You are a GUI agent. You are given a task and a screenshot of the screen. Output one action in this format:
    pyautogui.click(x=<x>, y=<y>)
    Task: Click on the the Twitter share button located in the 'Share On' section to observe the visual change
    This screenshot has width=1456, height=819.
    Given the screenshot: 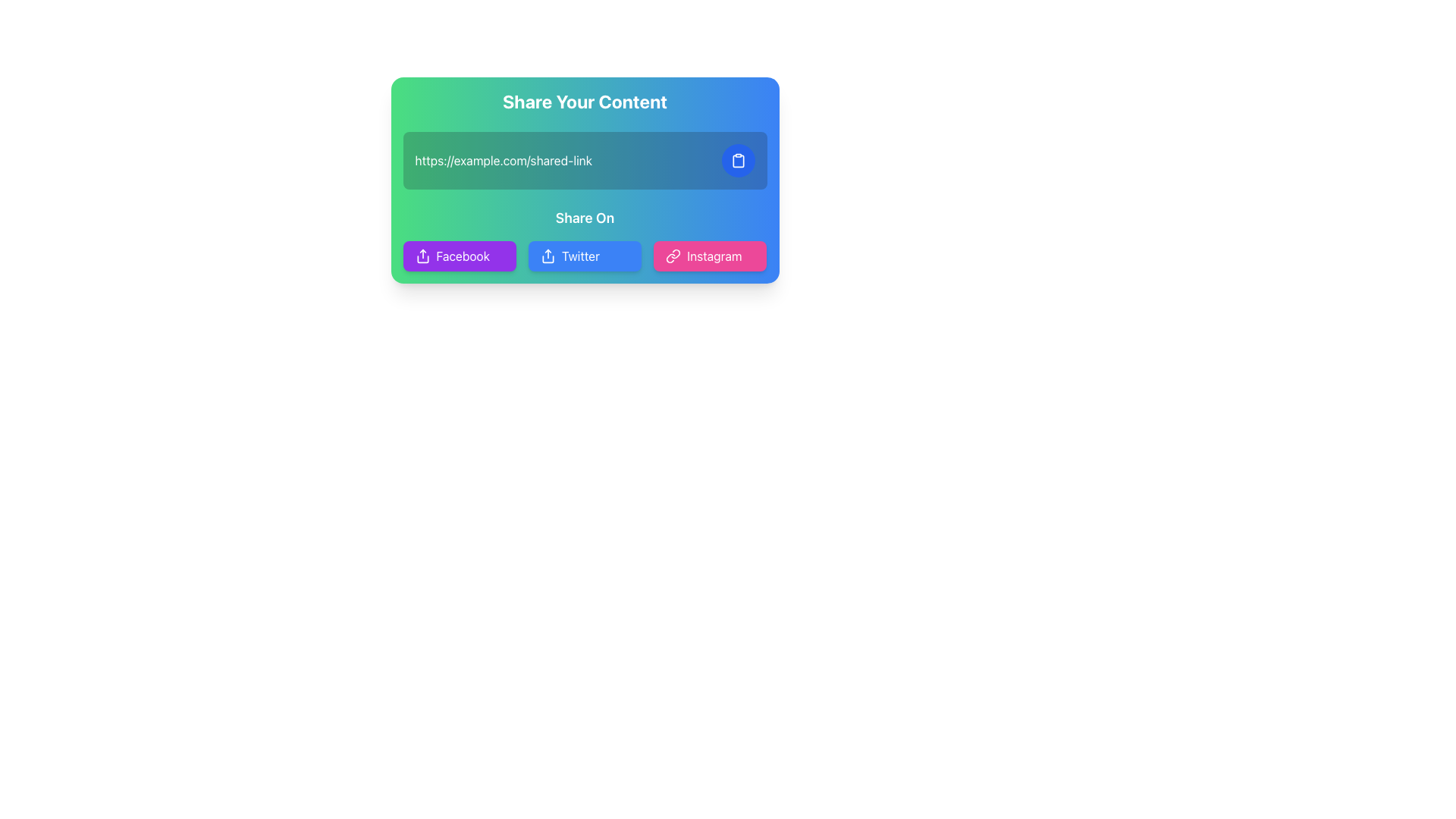 What is the action you would take?
    pyautogui.click(x=584, y=256)
    